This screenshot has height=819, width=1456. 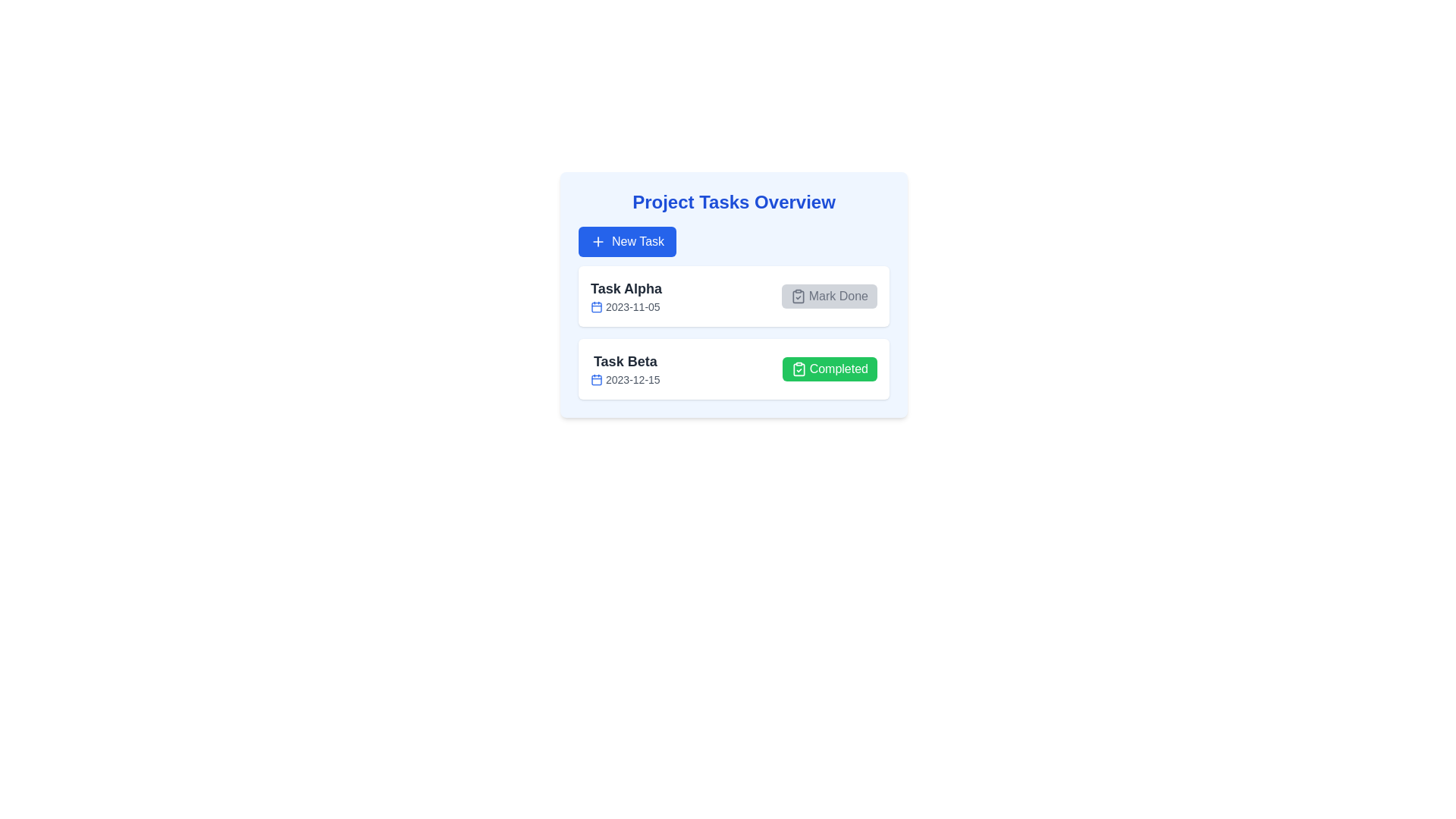 What do you see at coordinates (625, 362) in the screenshot?
I see `the 'Task Beta' text label, which is styled in bold and black, located above the date label and beside the green 'Completed' button in the second task item layout` at bounding box center [625, 362].